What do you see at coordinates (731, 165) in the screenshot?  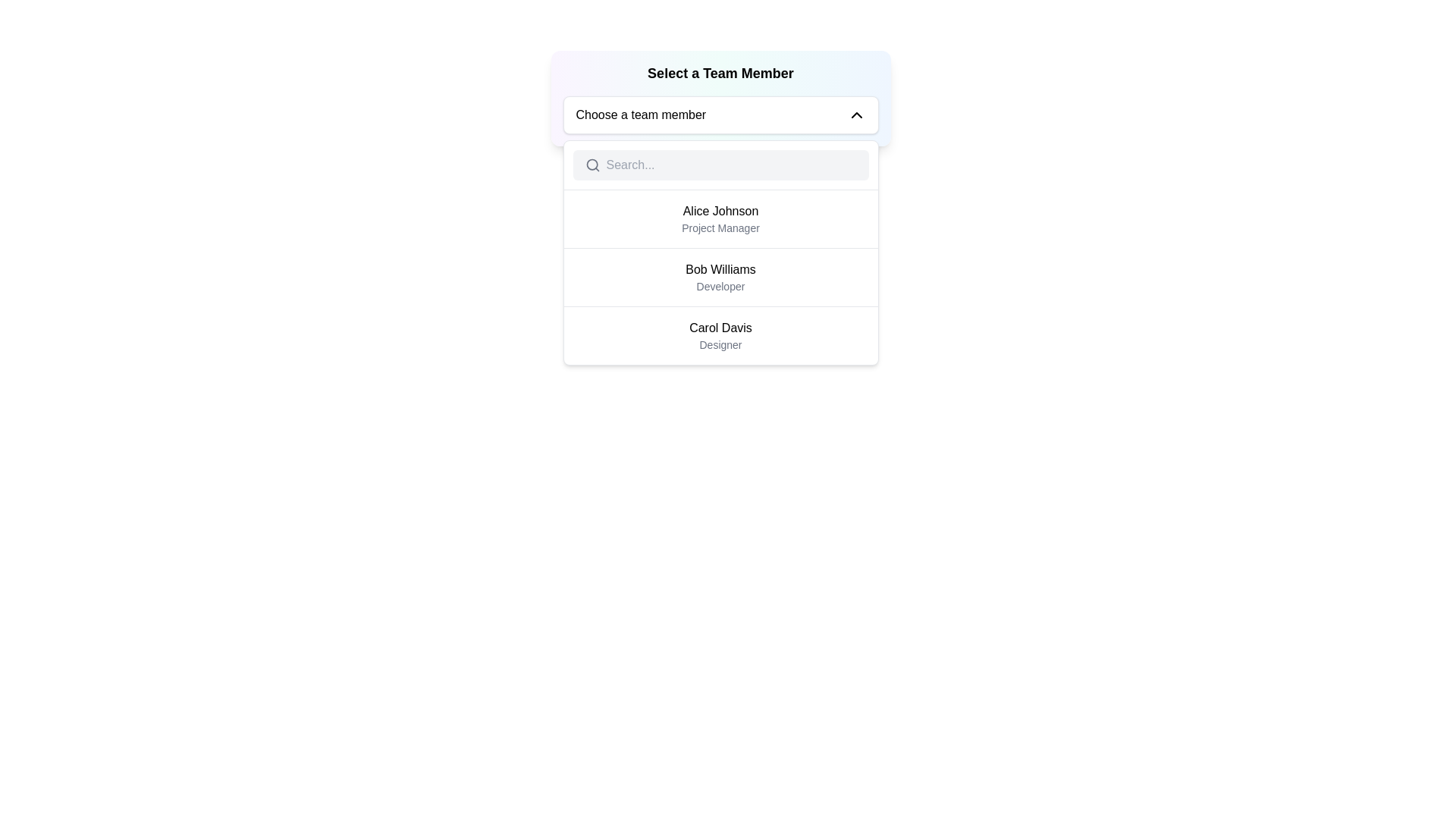 I see `the search input field located under the 'Select a Team Member' section to place the cursor for typing a query` at bounding box center [731, 165].